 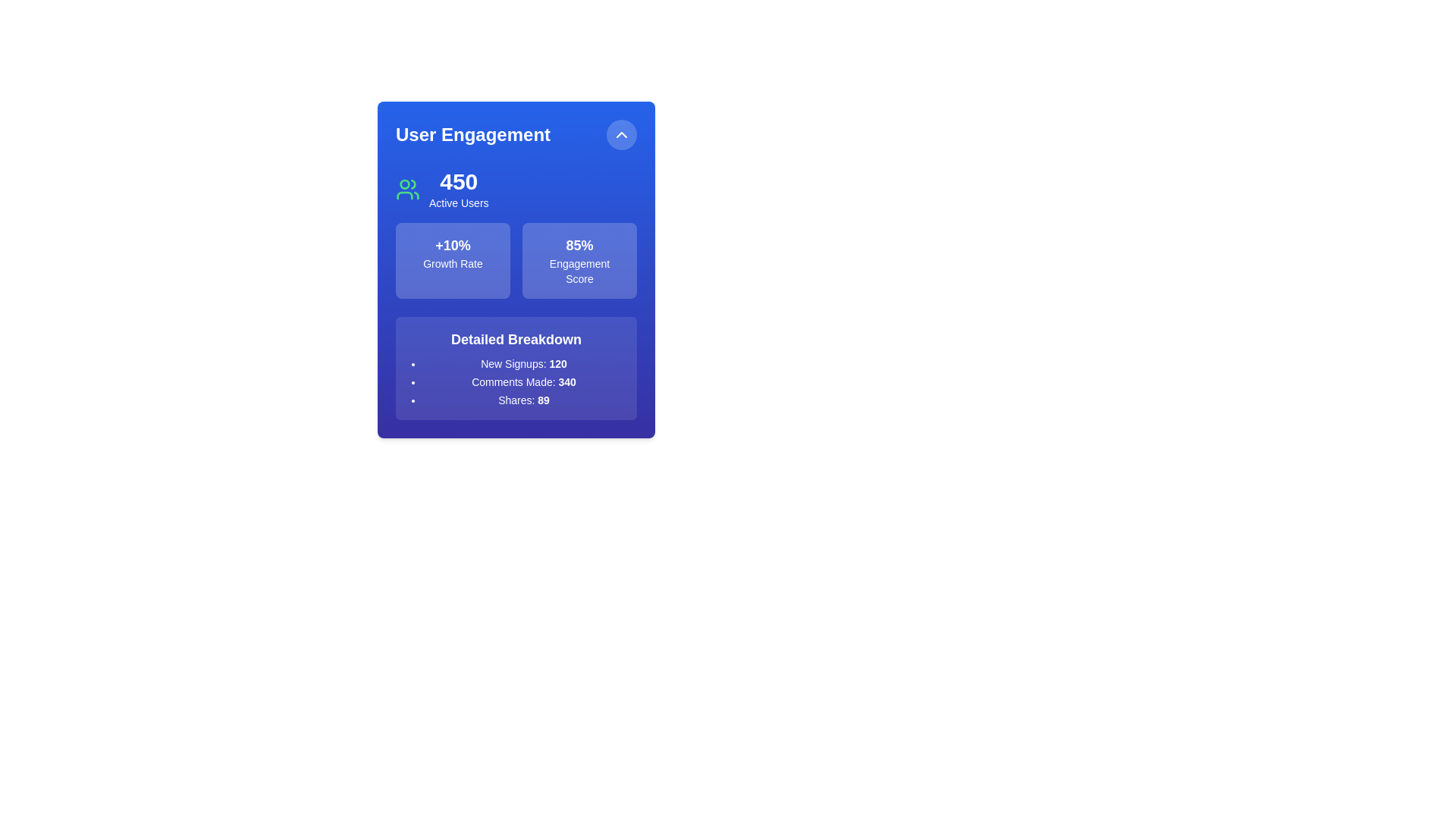 What do you see at coordinates (579, 271) in the screenshot?
I see `the descriptive text label located below the numerical percentage ('85%') in the upper right section of the user engagement interface` at bounding box center [579, 271].